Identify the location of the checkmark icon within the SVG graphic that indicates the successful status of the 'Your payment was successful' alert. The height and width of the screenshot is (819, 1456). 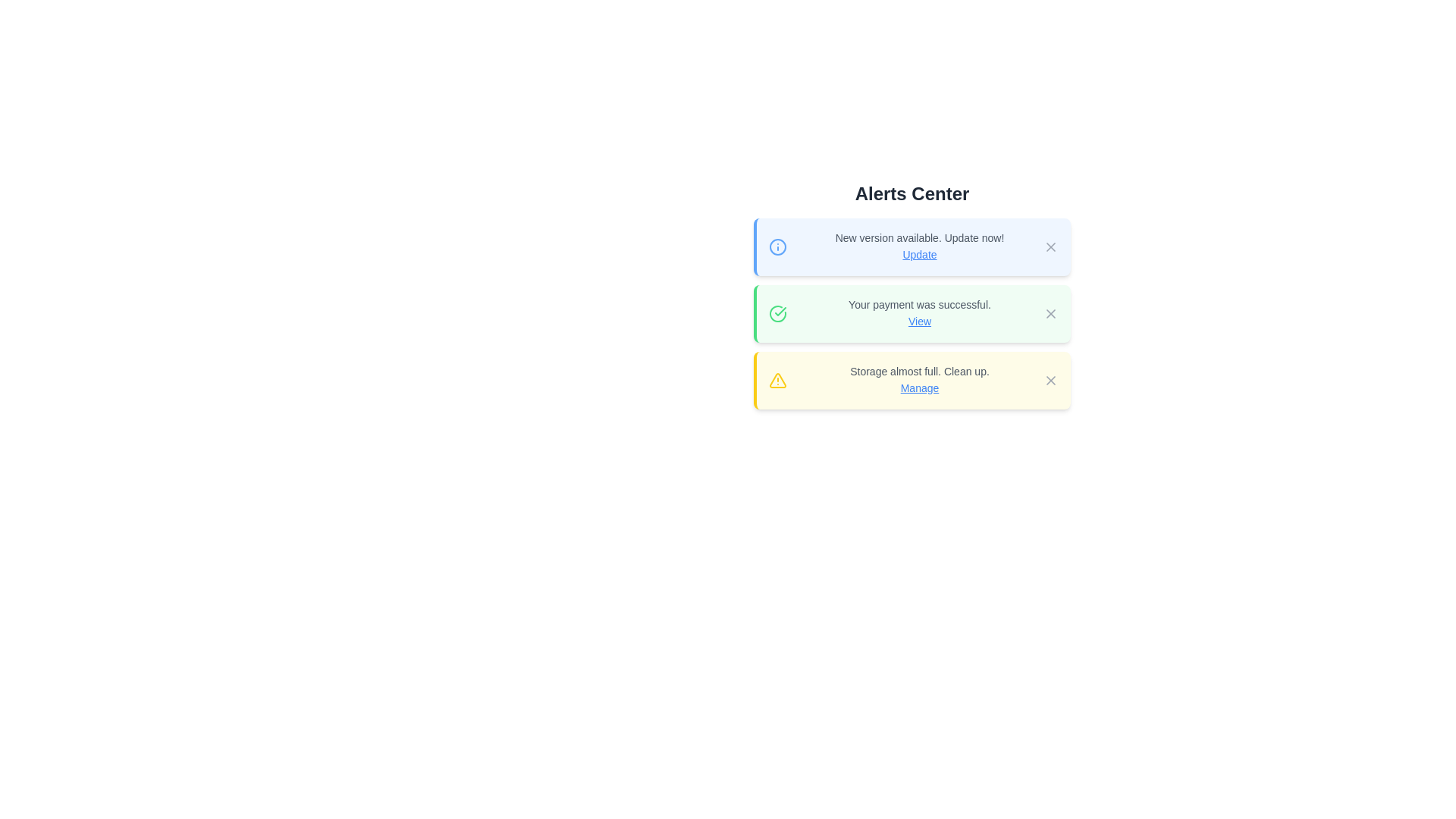
(780, 311).